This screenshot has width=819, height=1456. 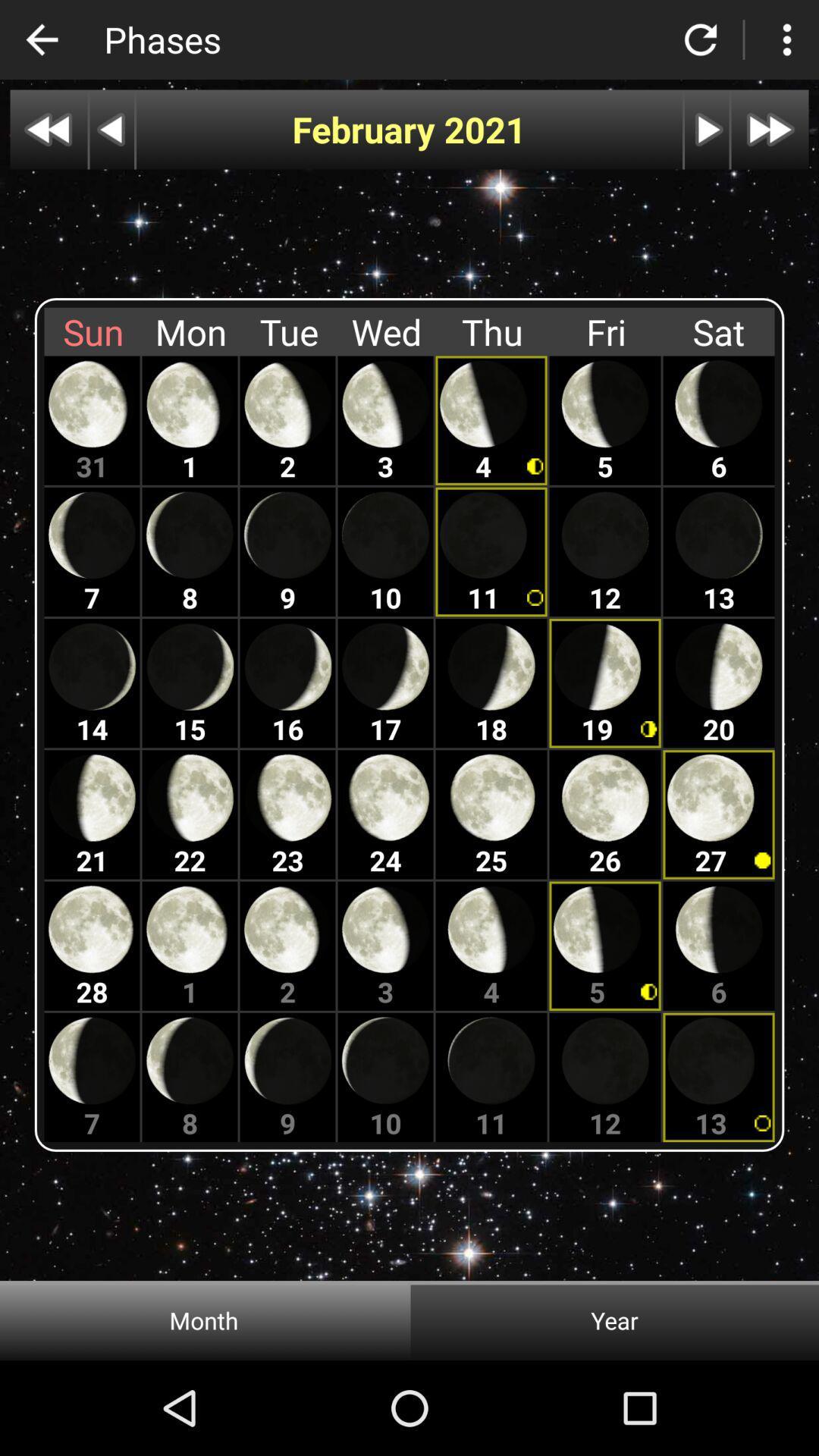 What do you see at coordinates (770, 130) in the screenshot?
I see `next page` at bounding box center [770, 130].